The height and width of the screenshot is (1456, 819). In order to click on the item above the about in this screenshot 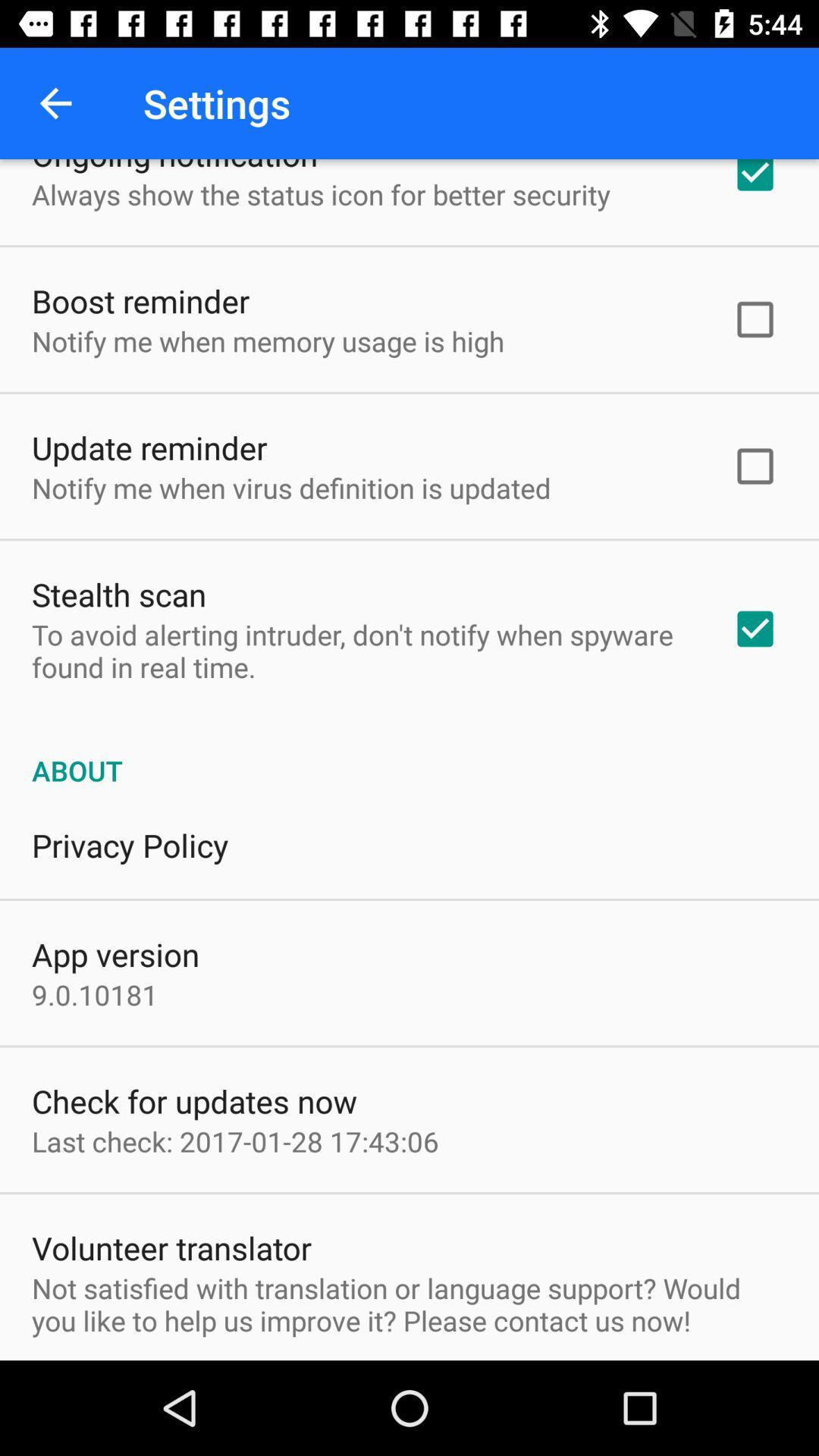, I will do `click(362, 651)`.